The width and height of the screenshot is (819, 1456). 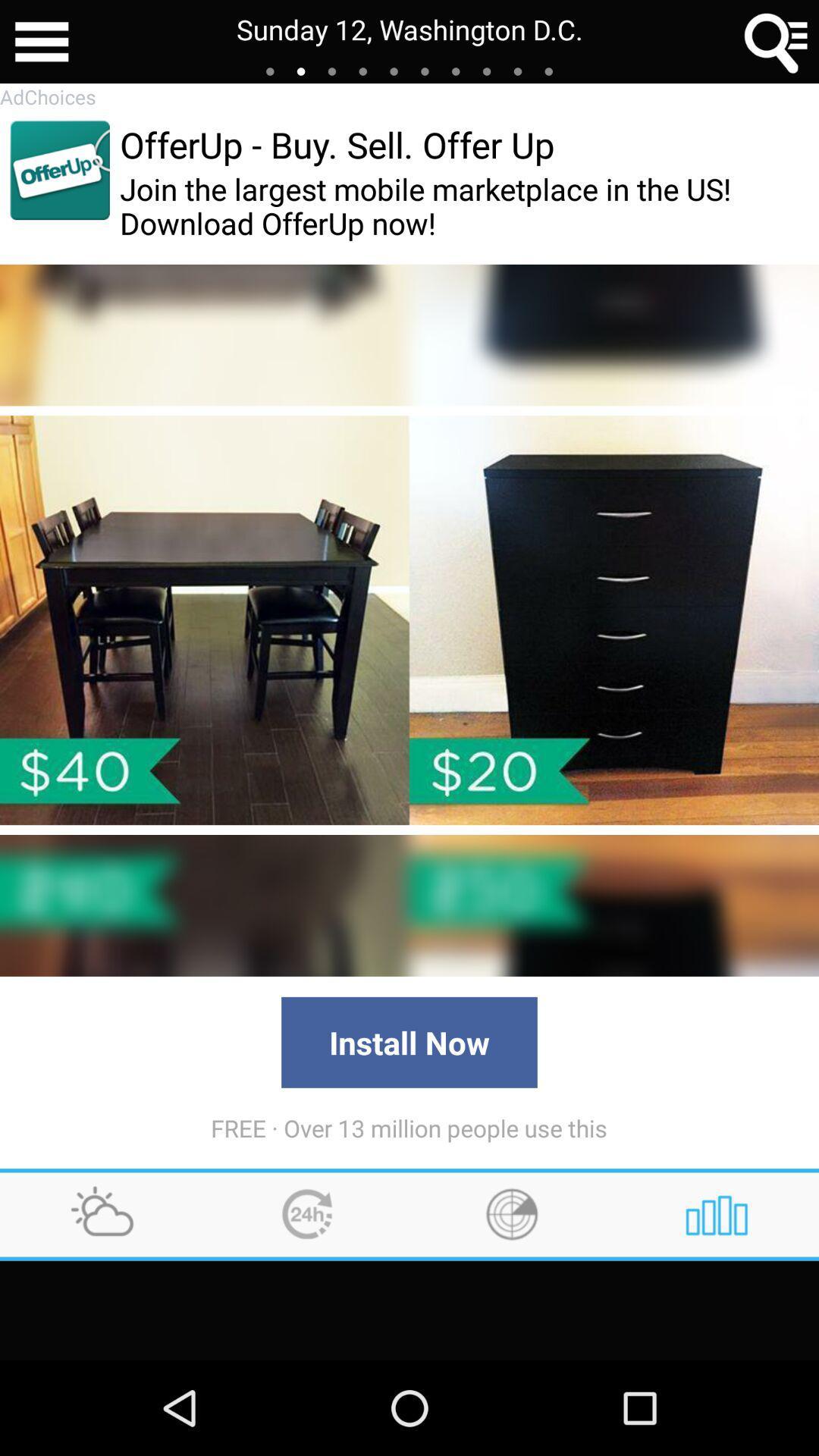 What do you see at coordinates (41, 42) in the screenshot?
I see `the main menu` at bounding box center [41, 42].